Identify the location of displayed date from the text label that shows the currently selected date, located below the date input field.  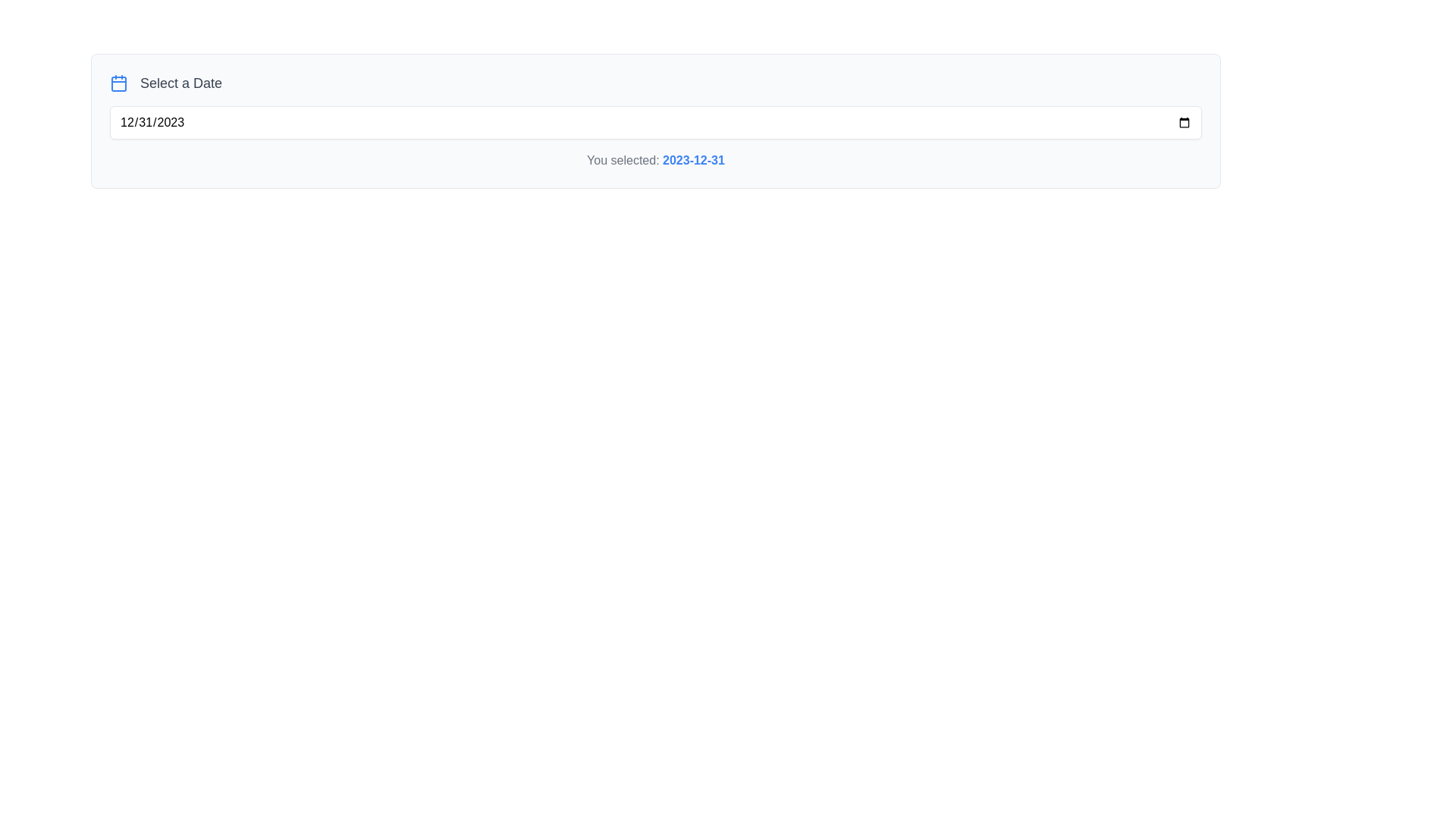
(655, 161).